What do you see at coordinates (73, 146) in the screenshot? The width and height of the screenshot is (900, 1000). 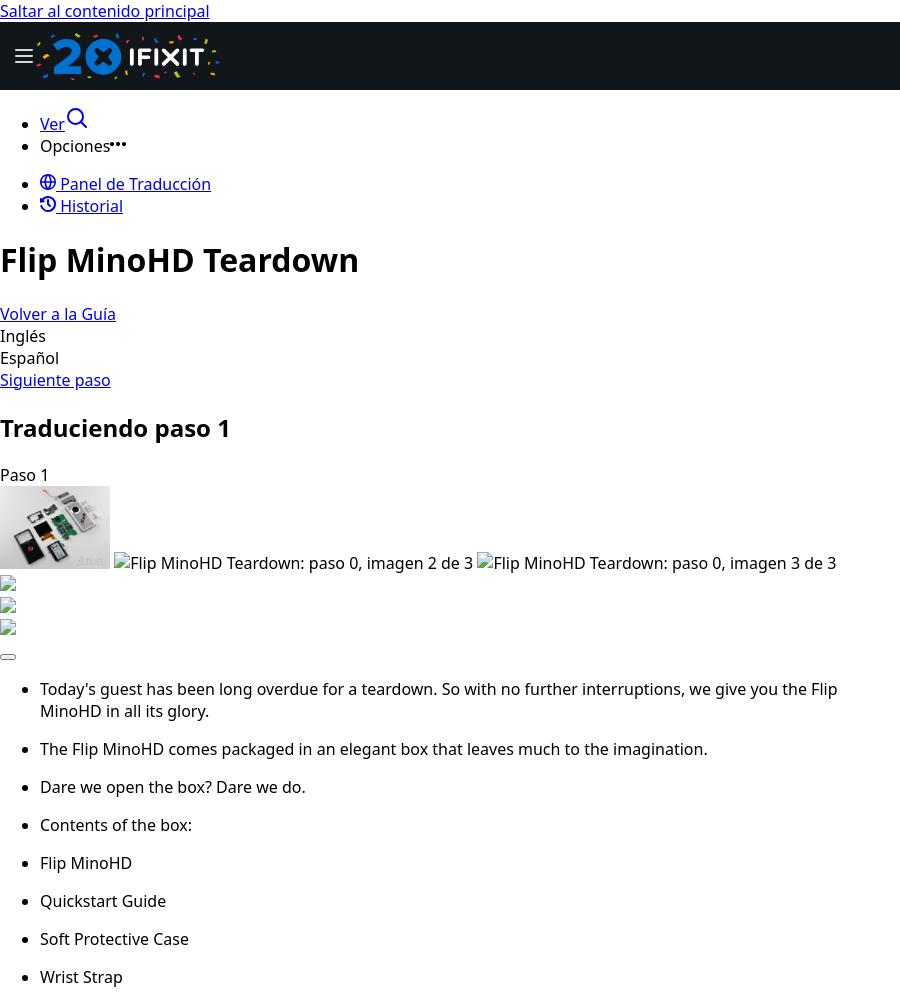 I see `'Opciones'` at bounding box center [73, 146].